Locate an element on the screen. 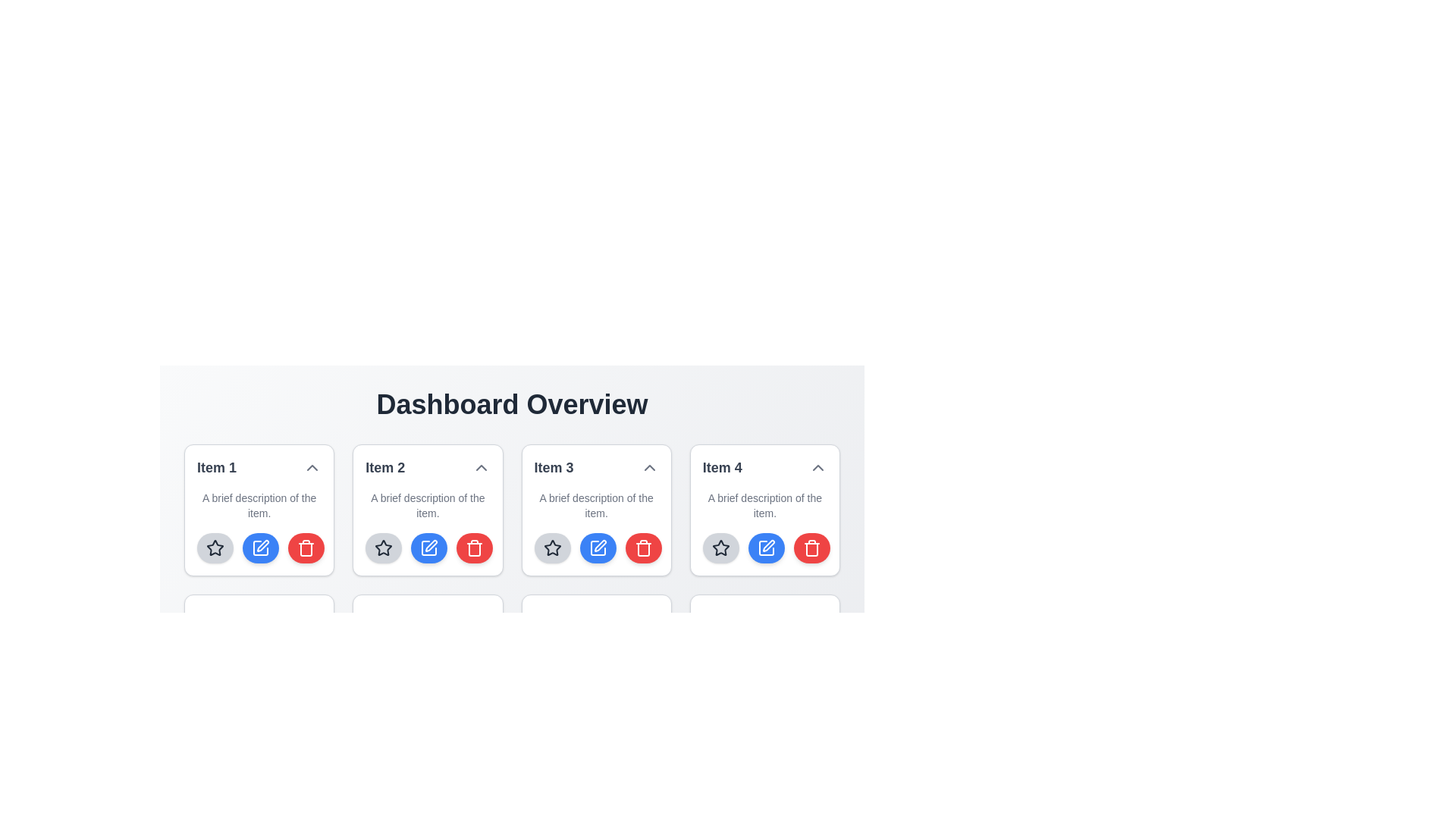 The width and height of the screenshot is (1456, 819). the edit button (icon-based) within the 'Item 2' card in the 'Dashboard Overview' is located at coordinates (261, 548).